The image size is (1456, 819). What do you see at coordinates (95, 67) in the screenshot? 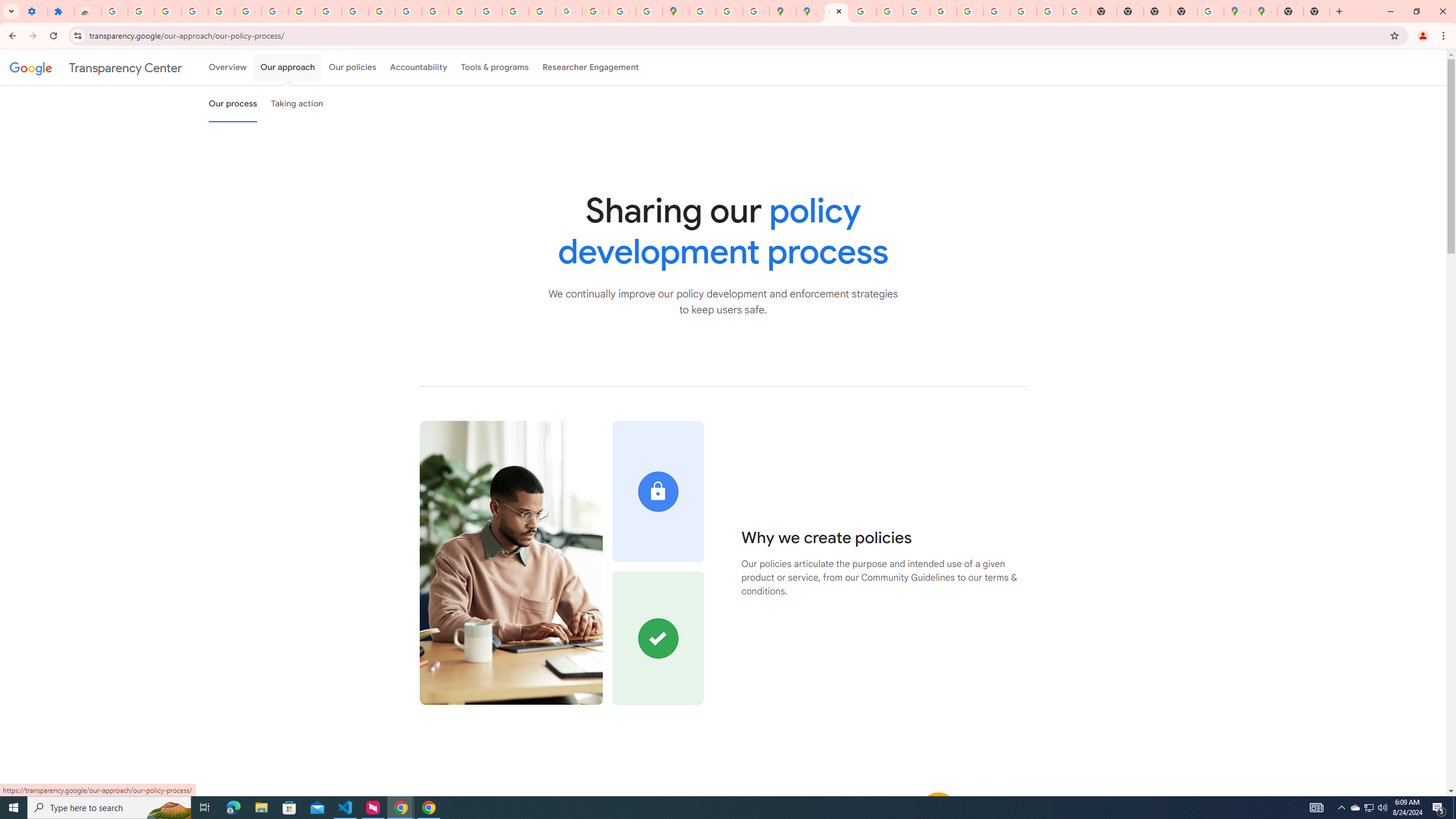
I see `'Transparency Center'` at bounding box center [95, 67].